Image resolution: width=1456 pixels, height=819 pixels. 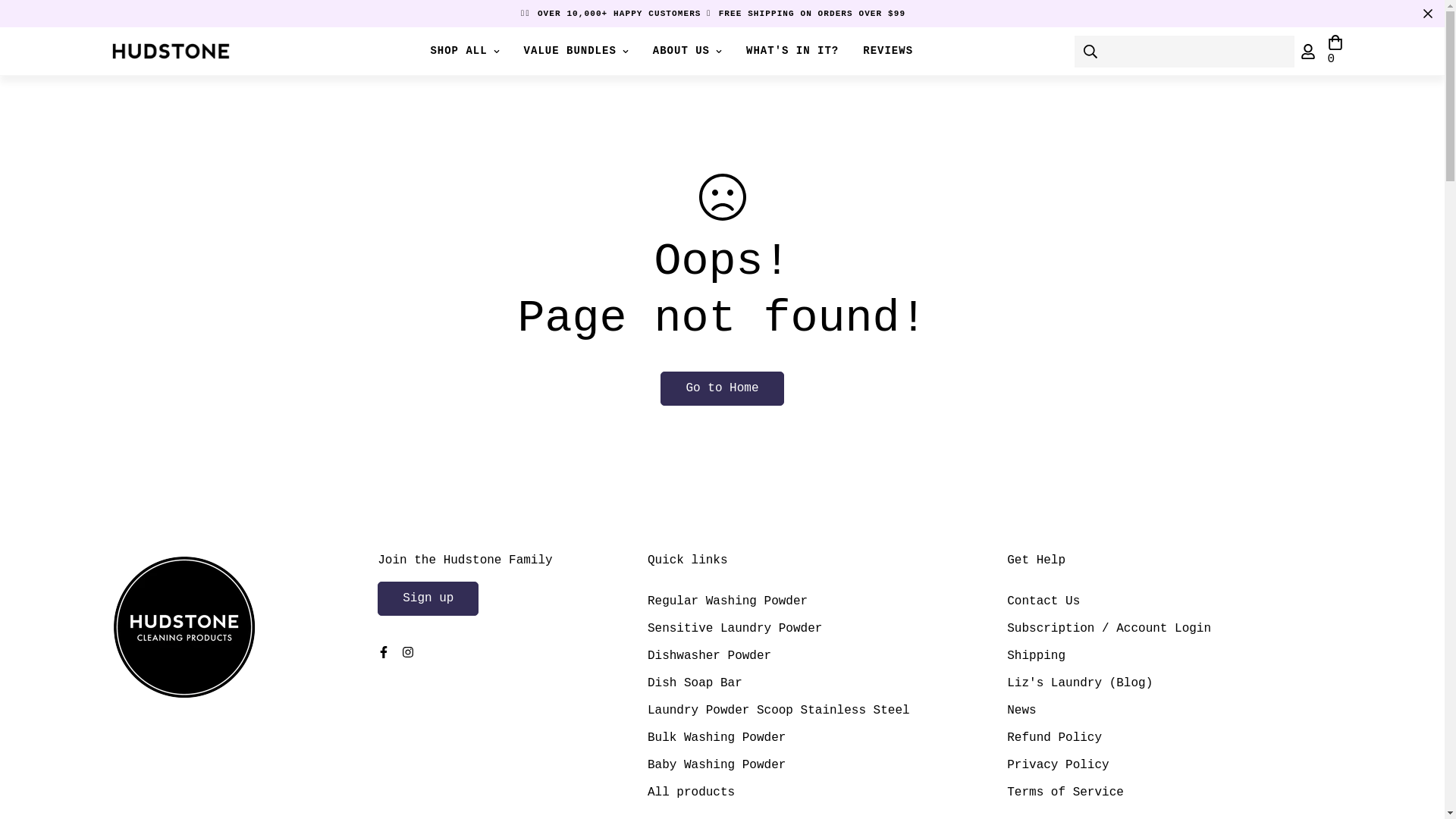 I want to click on 'Liz's Laundry (Blog)', so click(x=1079, y=683).